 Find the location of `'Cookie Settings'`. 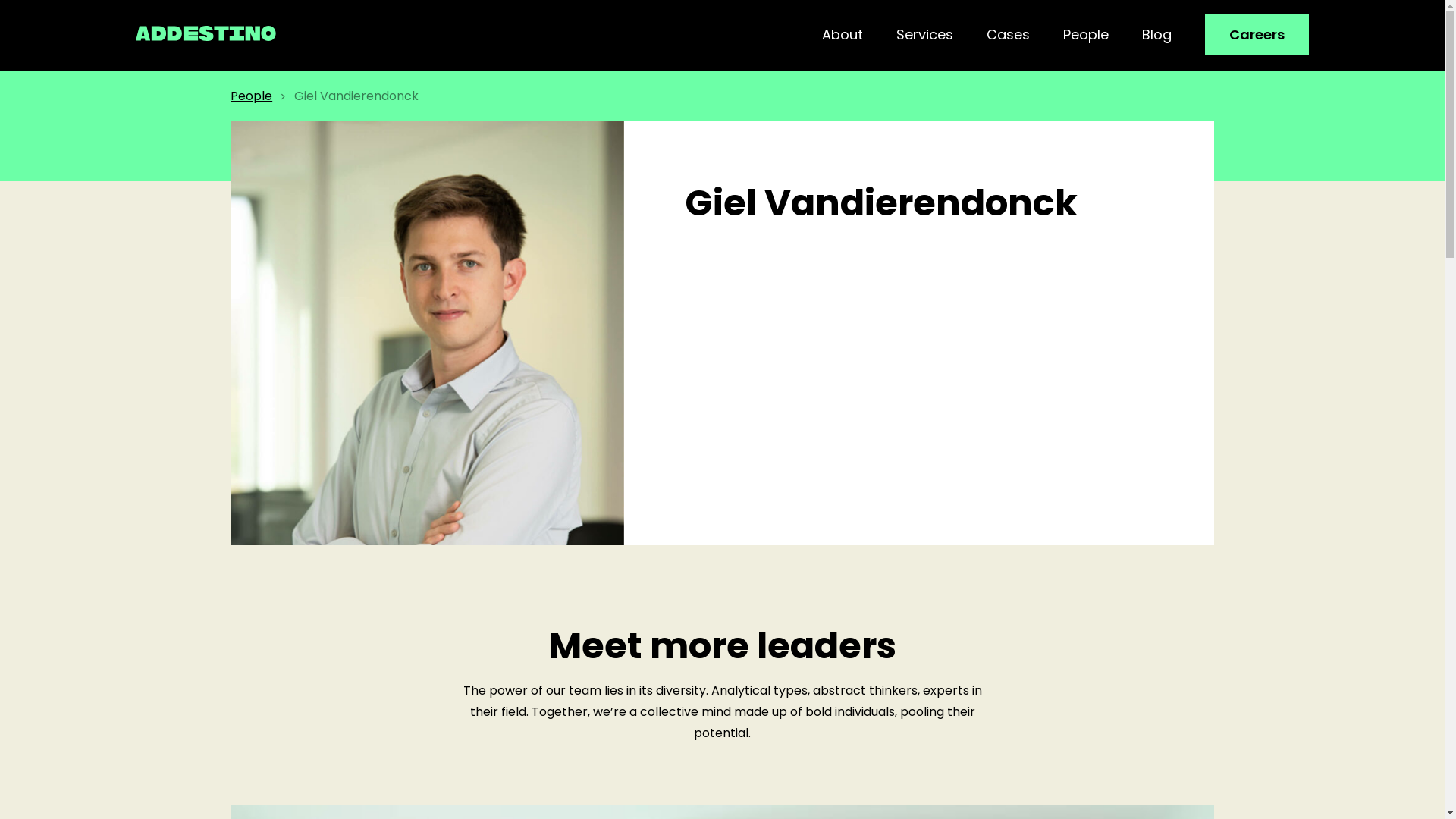

'Cookie Settings' is located at coordinates (1302, 792).